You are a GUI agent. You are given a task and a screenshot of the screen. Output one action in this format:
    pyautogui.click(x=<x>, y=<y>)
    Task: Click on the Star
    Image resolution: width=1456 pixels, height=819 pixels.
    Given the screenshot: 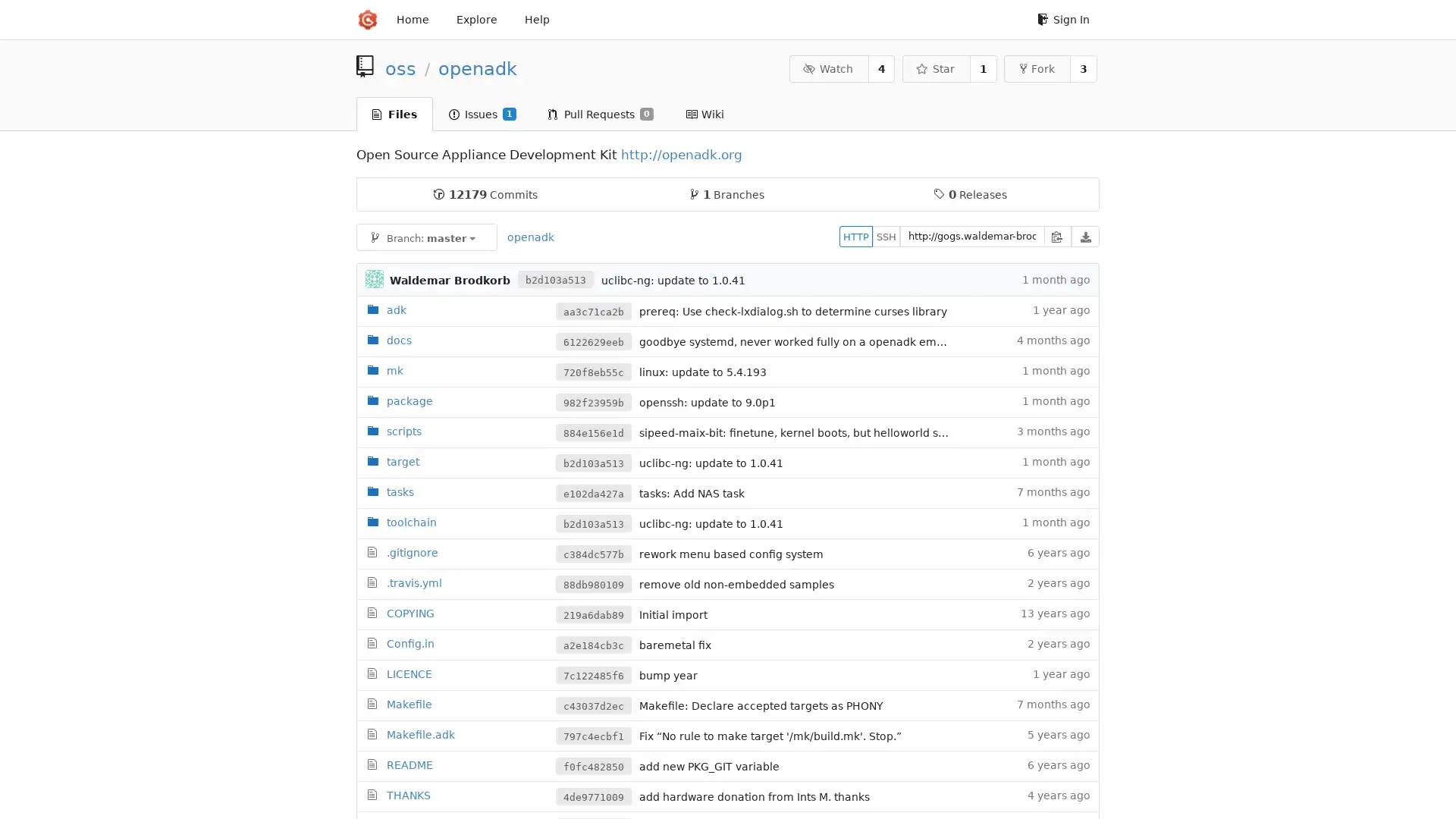 What is the action you would take?
    pyautogui.click(x=935, y=69)
    